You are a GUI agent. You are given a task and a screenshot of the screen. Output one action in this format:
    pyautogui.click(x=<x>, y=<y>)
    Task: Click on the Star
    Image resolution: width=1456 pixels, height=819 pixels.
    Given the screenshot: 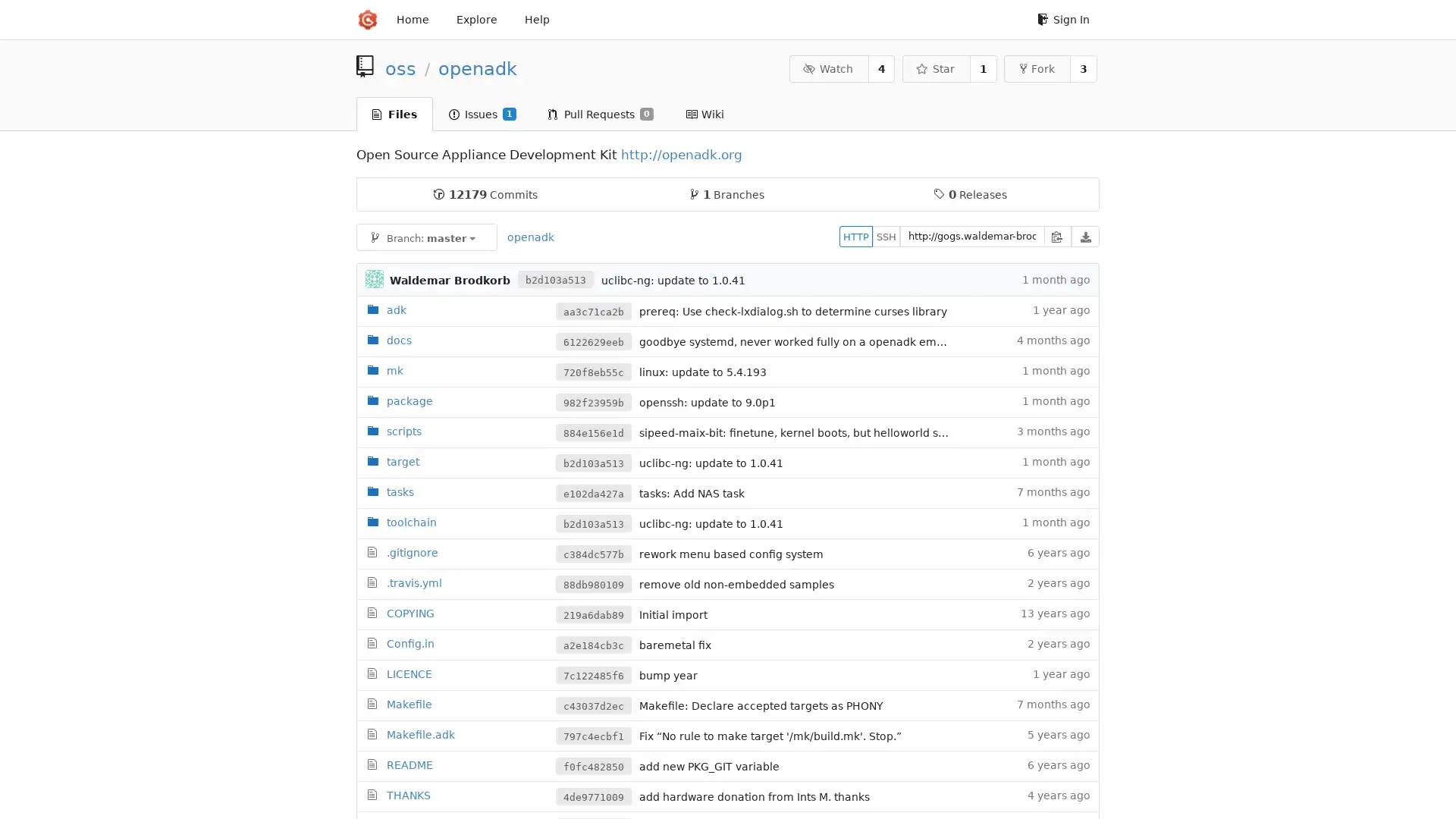 What is the action you would take?
    pyautogui.click(x=935, y=69)
    